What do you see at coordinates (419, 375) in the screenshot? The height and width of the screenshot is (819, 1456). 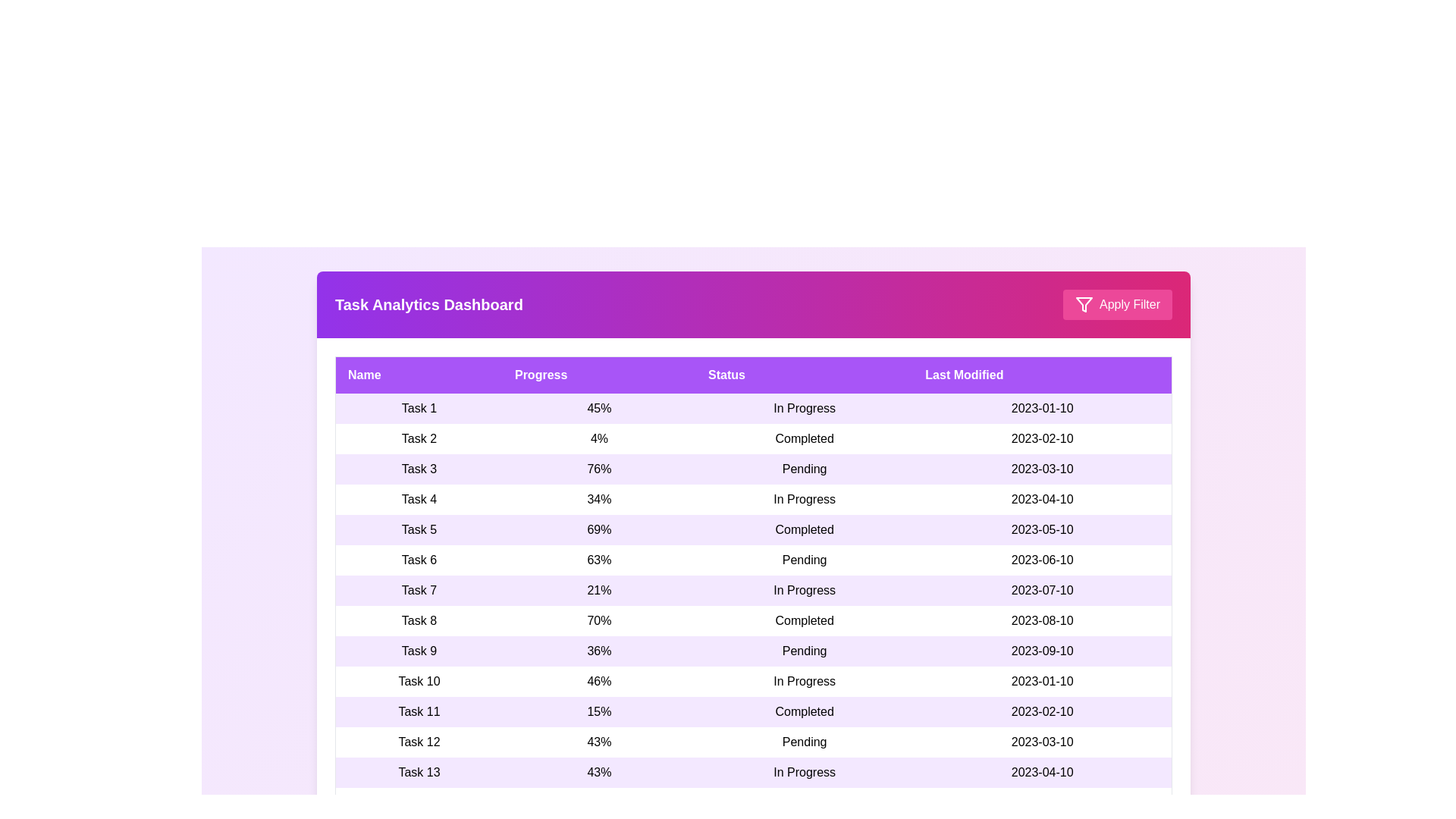 I see `the column header Name to sort the table by that column` at bounding box center [419, 375].